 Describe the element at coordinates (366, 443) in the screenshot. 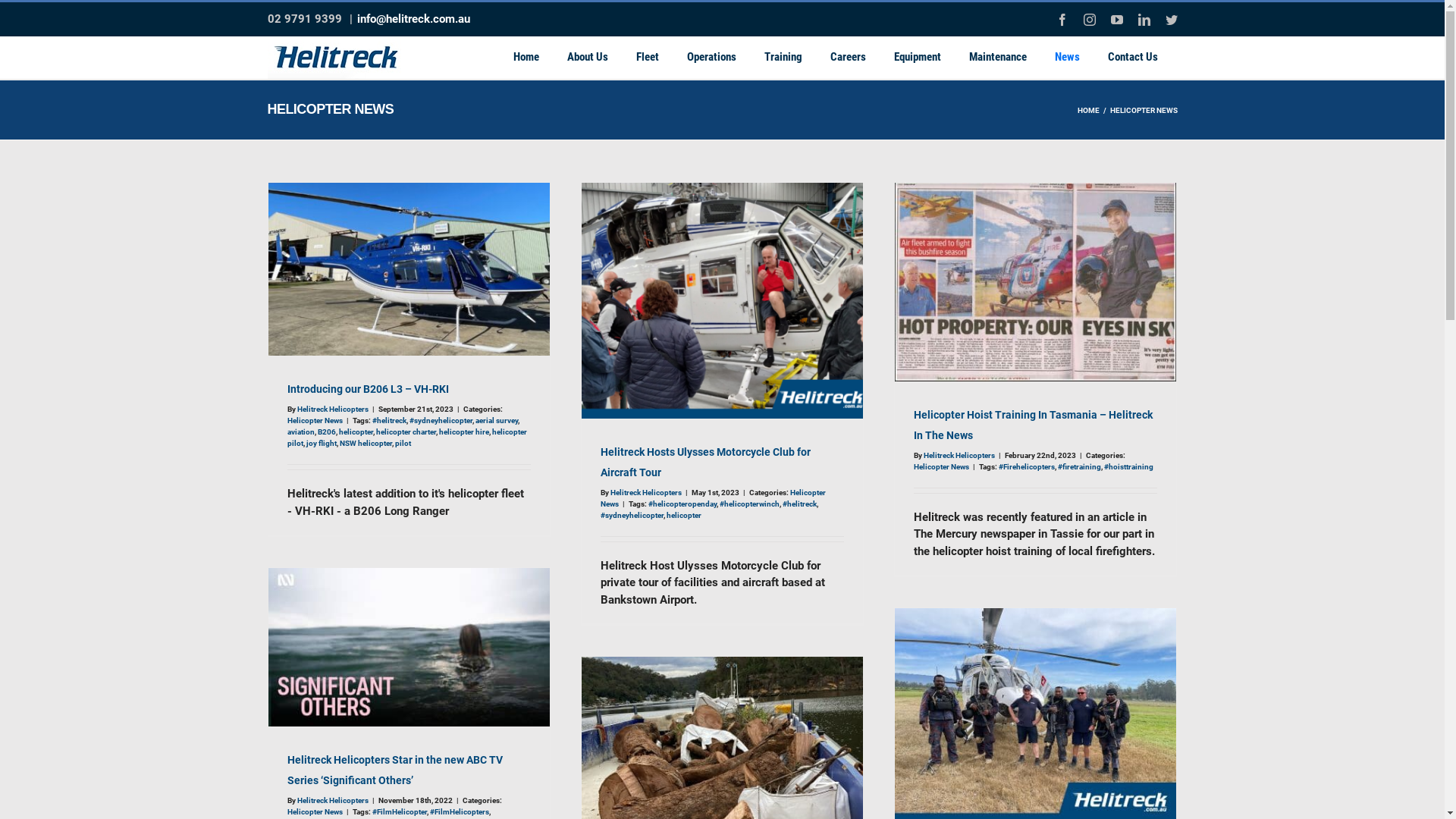

I see `'NSW helicopter'` at that location.